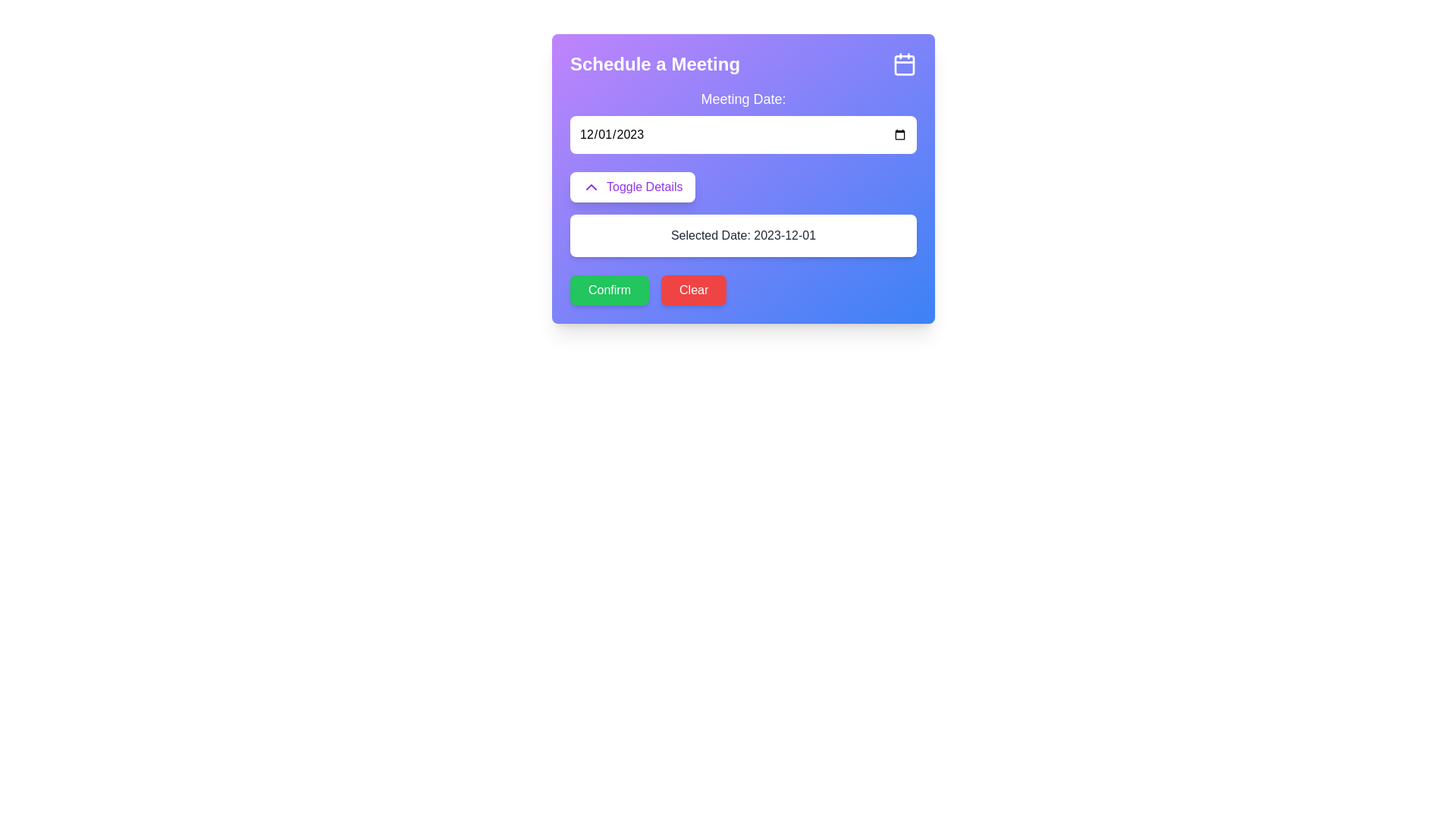  What do you see at coordinates (632, 186) in the screenshot?
I see `the toggle button located in the 'Schedule a Meeting' section, which is positioned below the 'Meeting Date' input field` at bounding box center [632, 186].